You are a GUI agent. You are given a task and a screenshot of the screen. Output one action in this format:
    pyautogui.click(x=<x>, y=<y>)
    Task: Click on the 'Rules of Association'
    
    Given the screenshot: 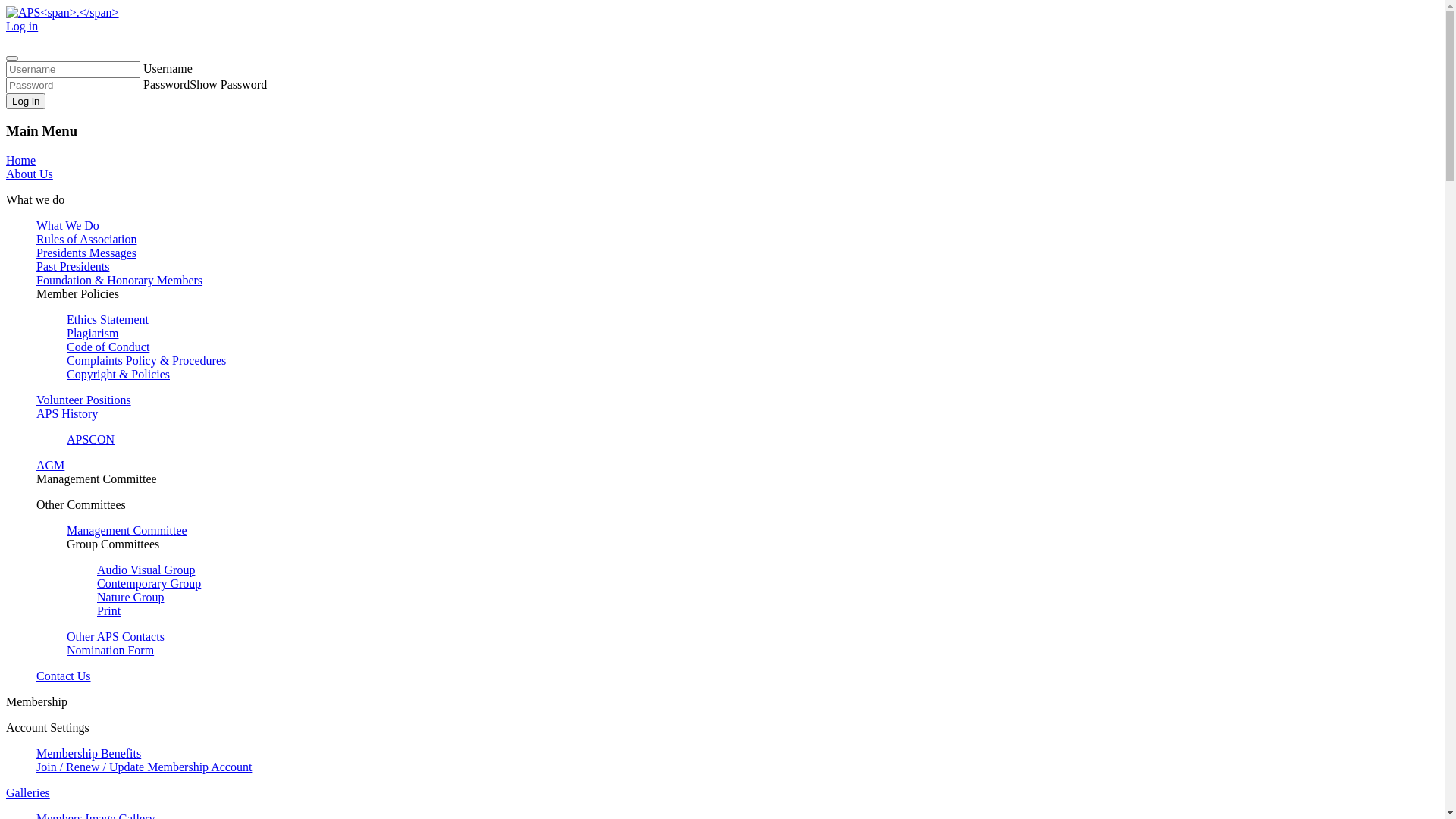 What is the action you would take?
    pyautogui.click(x=86, y=239)
    